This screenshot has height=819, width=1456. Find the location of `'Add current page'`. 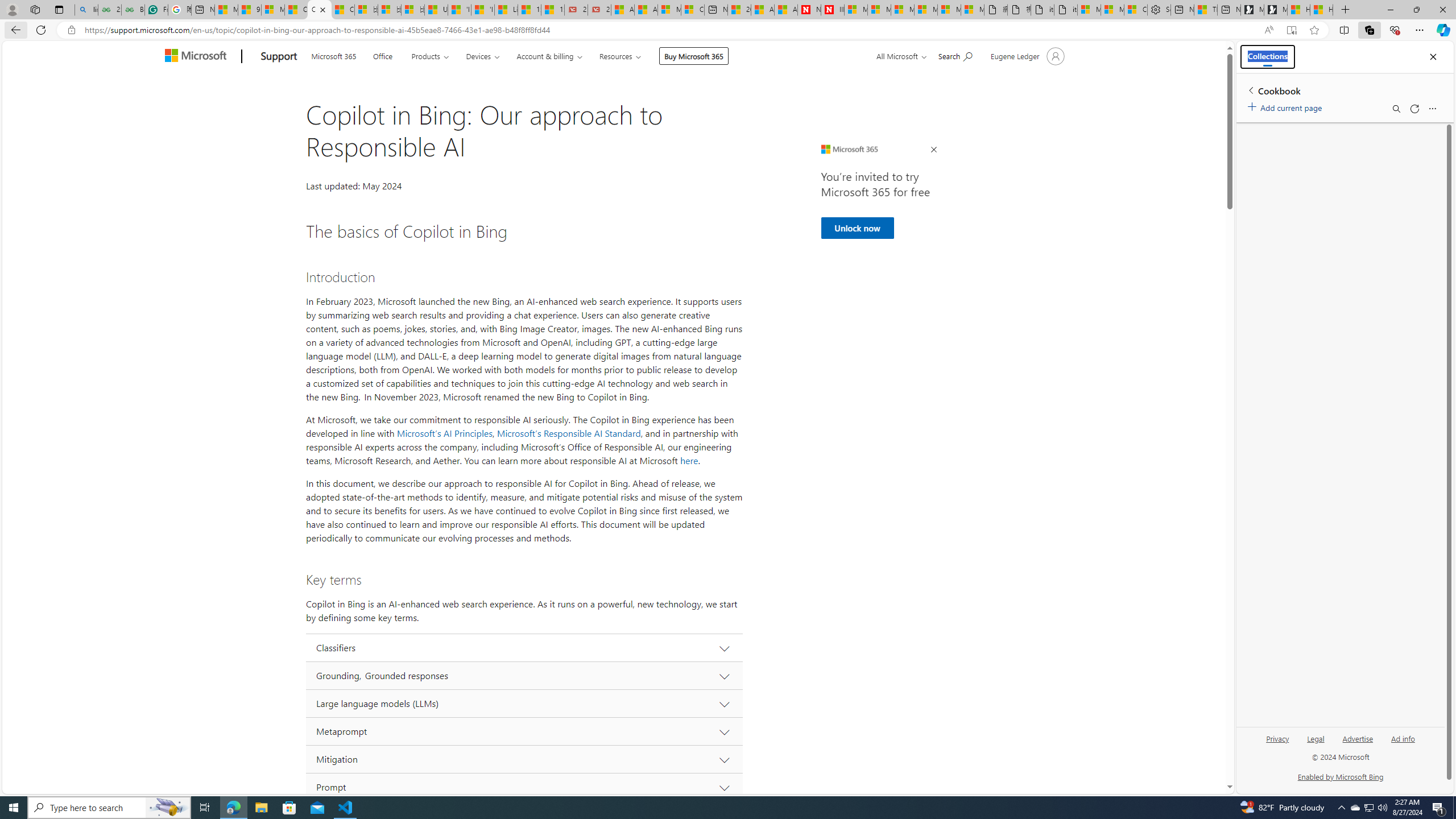

'Add current page' is located at coordinates (1287, 105).